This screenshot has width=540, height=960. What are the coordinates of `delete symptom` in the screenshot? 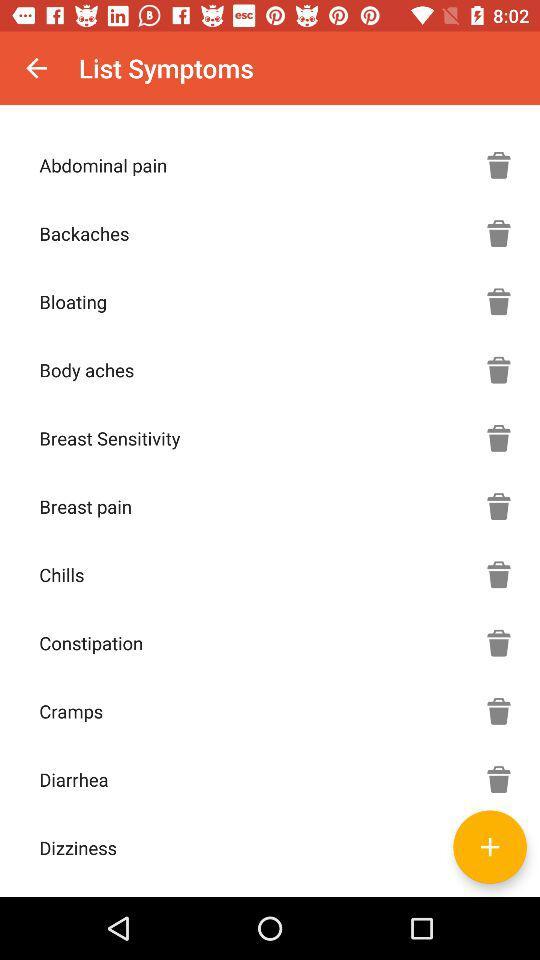 It's located at (498, 778).